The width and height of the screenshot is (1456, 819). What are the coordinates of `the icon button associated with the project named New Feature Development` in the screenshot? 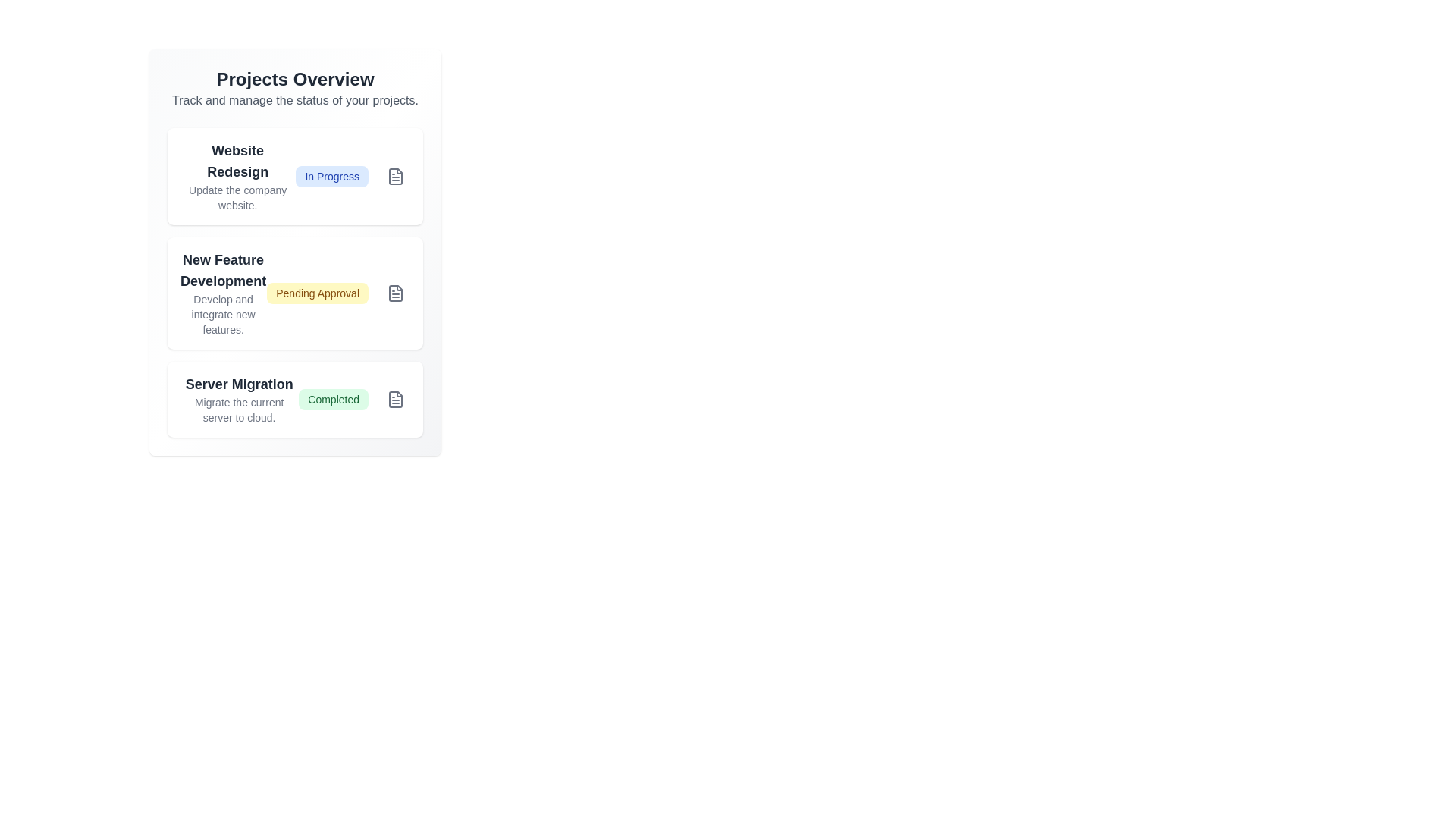 It's located at (396, 293).